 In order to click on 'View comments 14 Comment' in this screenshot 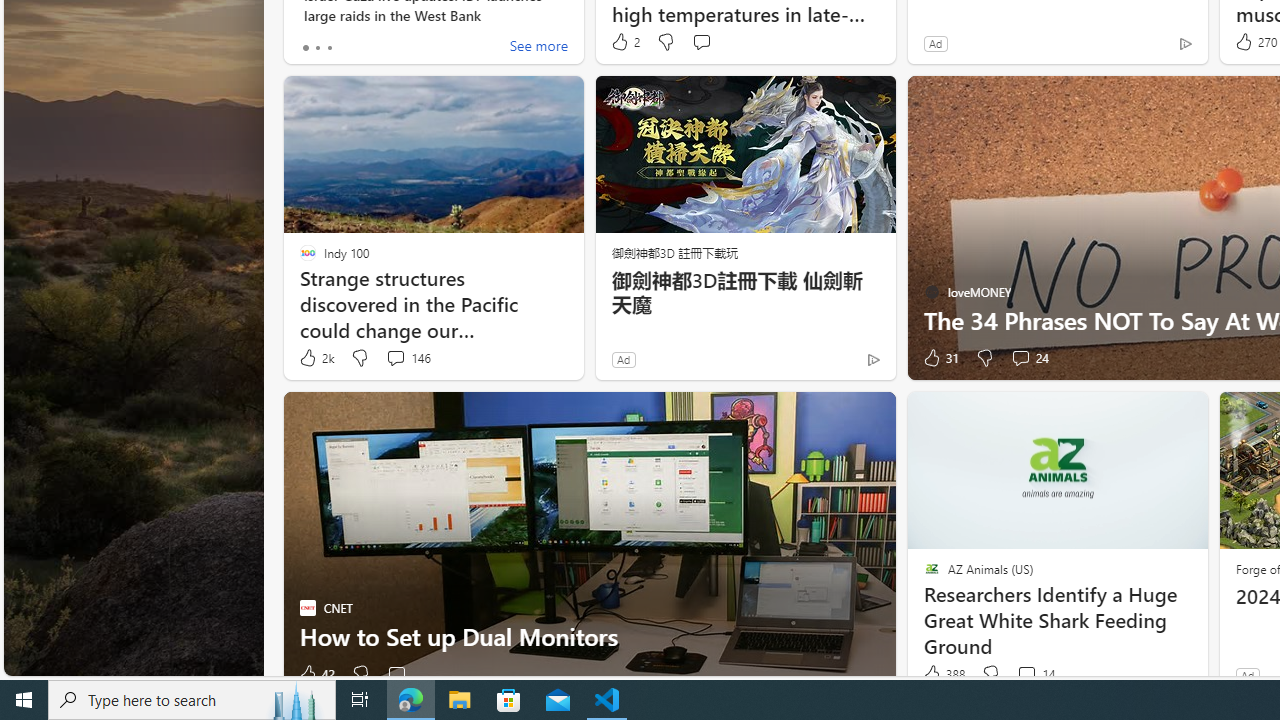, I will do `click(1026, 673)`.